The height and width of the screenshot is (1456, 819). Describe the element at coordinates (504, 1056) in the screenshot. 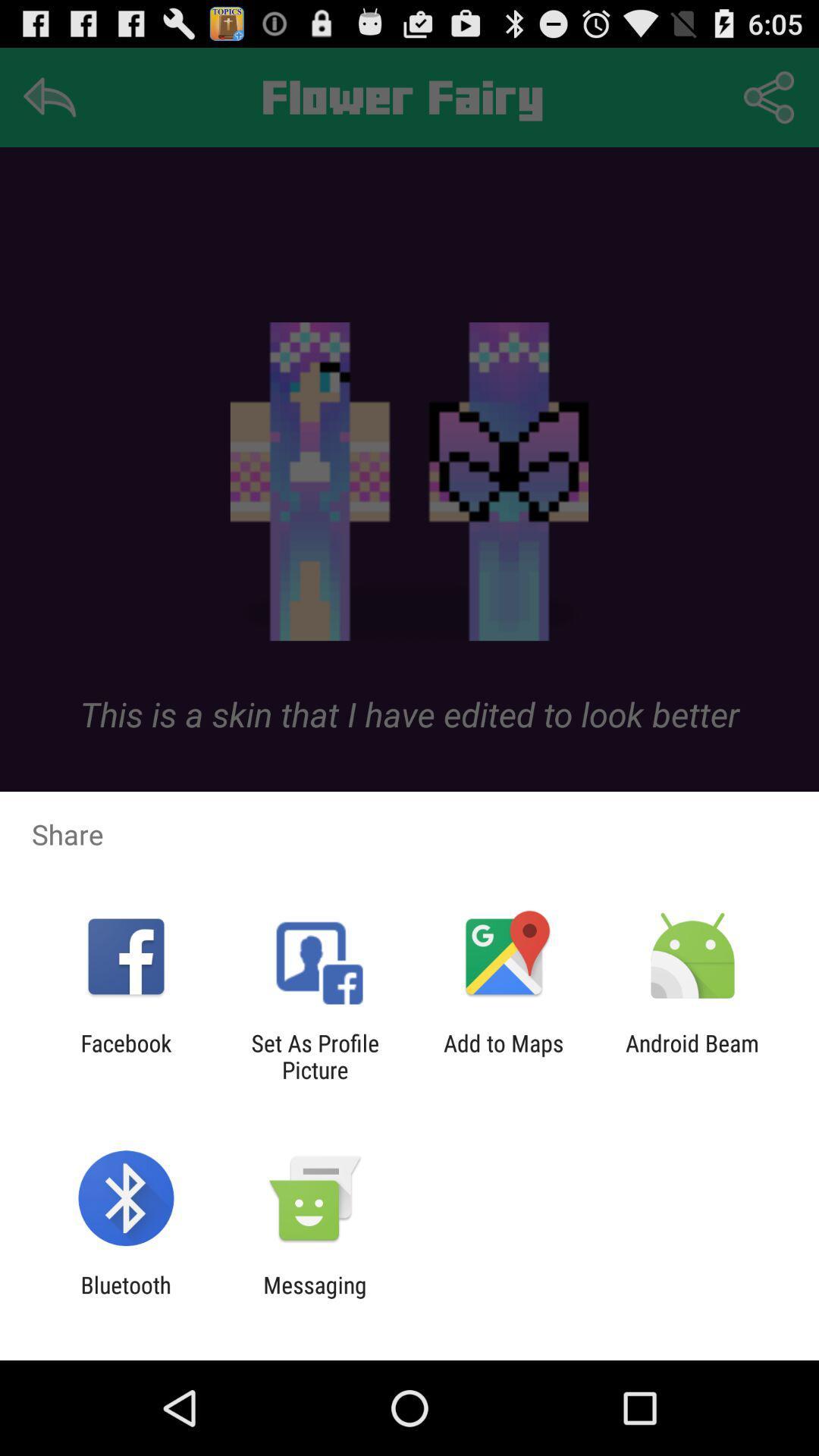

I see `the icon to the left of the android beam icon` at that location.